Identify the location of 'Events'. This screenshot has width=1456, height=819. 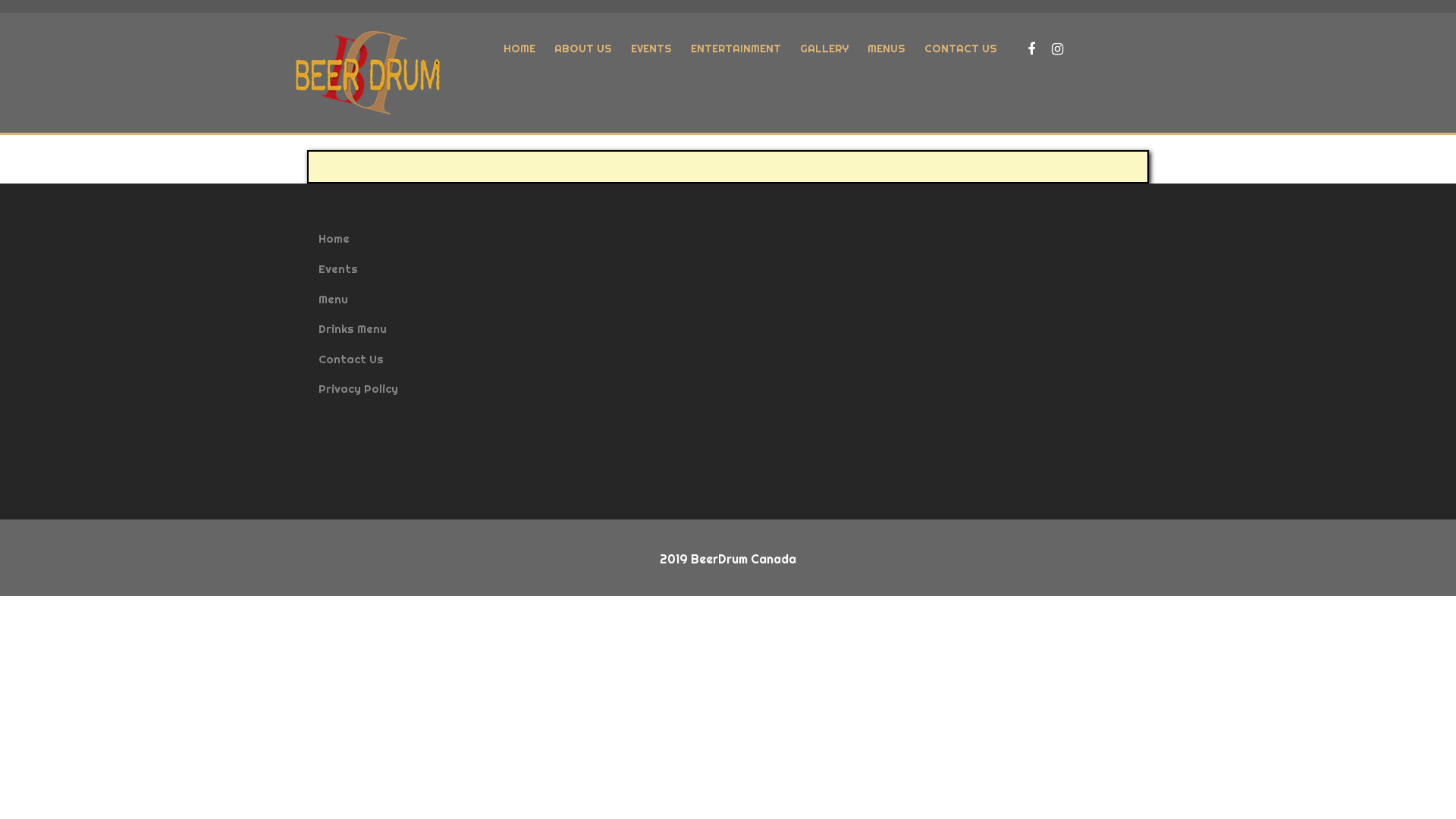
(337, 268).